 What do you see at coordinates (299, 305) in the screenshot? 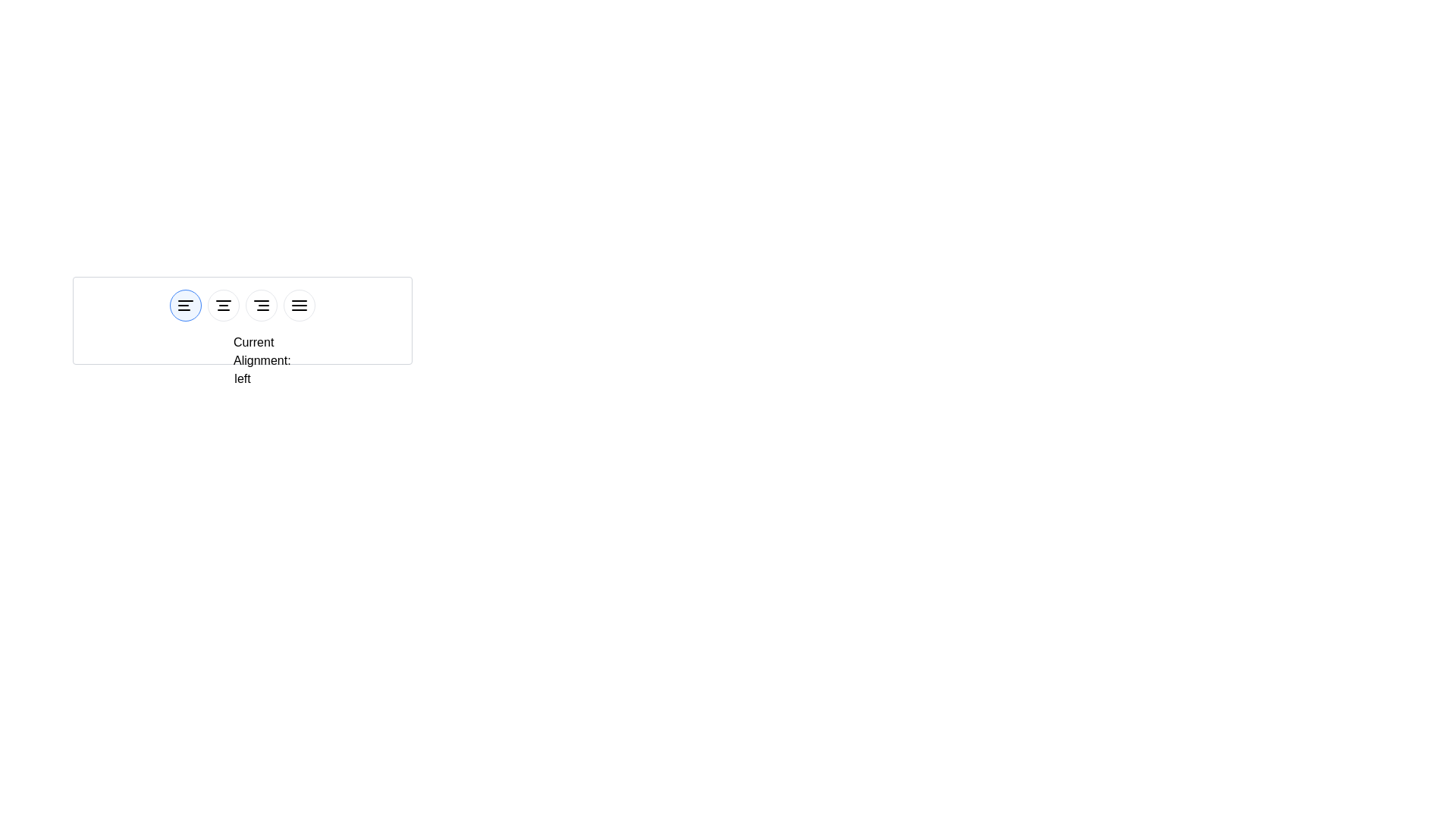
I see `the button corresponding to justify alignment` at bounding box center [299, 305].